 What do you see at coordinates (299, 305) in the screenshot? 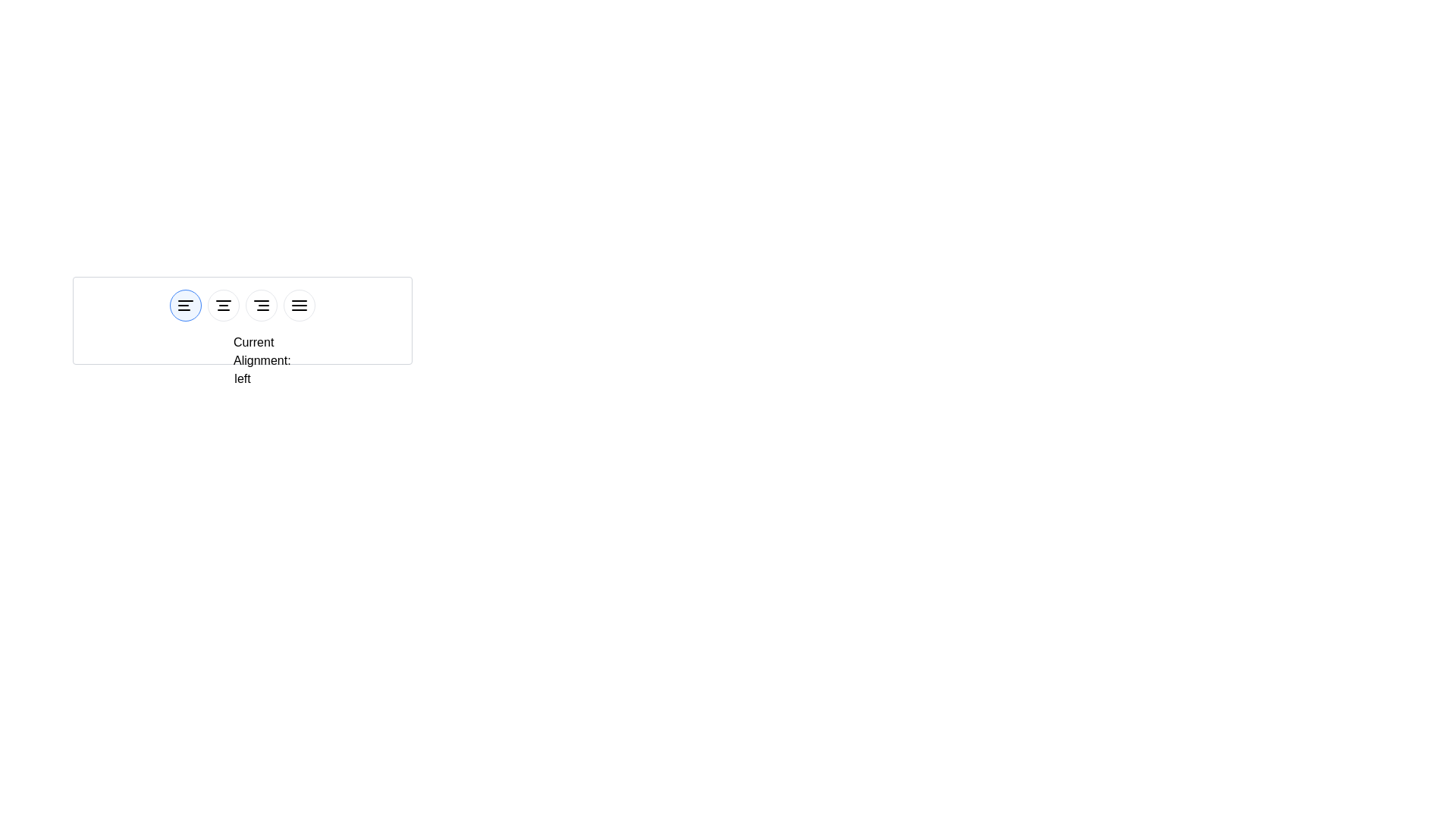
I see `the button corresponding to justify alignment` at bounding box center [299, 305].